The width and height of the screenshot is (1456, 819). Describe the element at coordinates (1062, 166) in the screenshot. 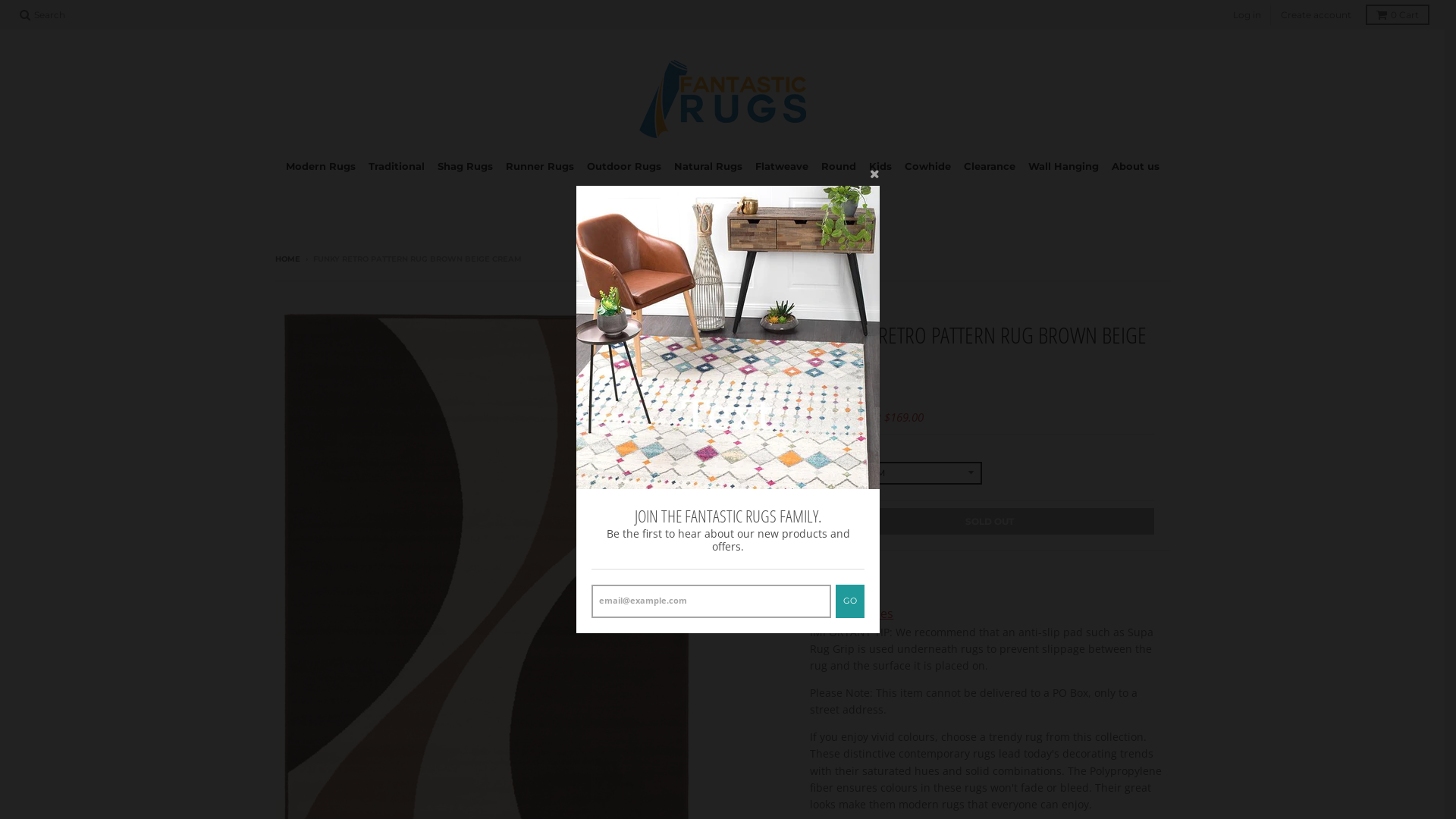

I see `'Wall Hanging'` at that location.